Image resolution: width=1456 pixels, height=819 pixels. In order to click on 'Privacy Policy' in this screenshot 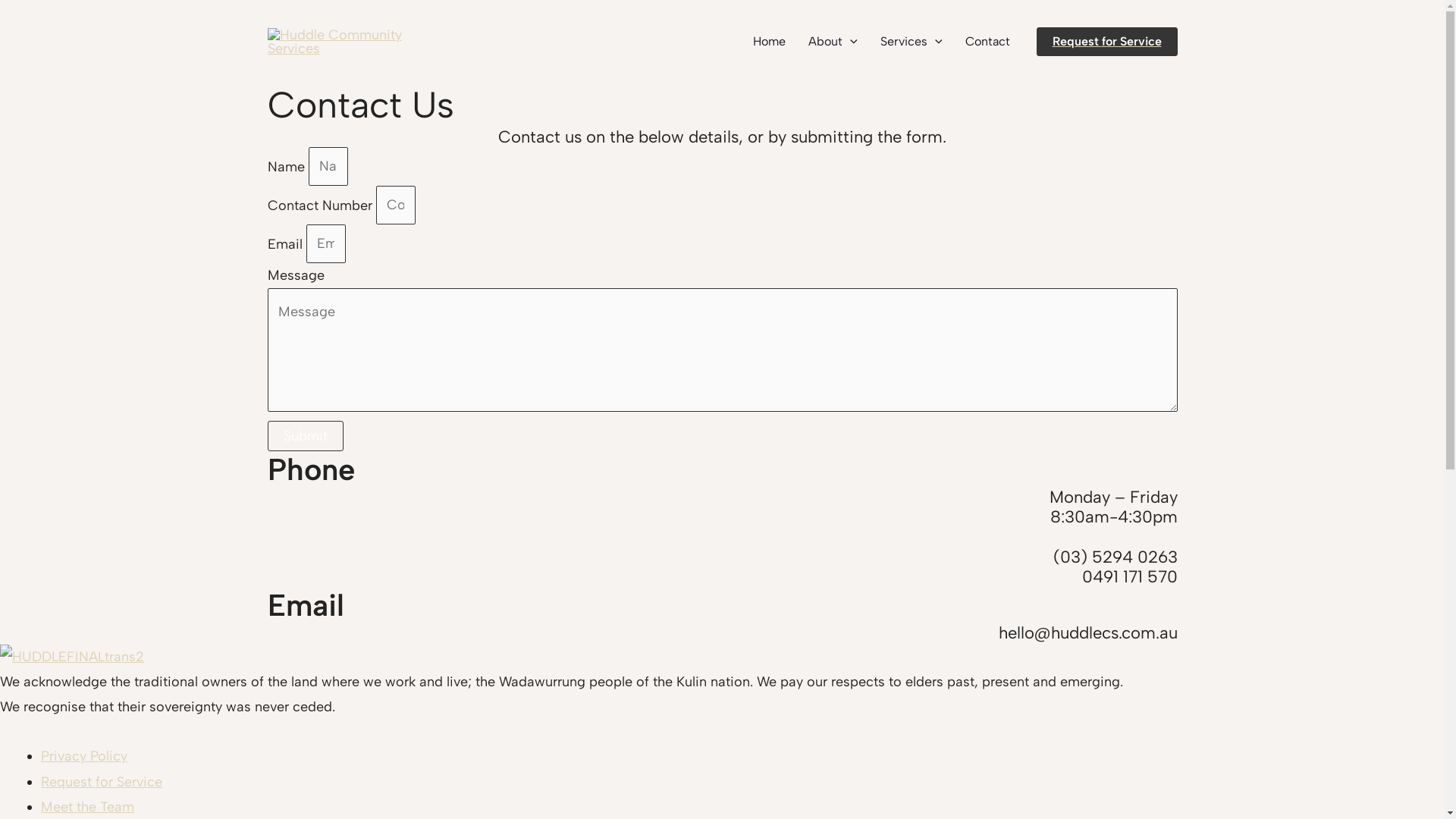, I will do `click(83, 755)`.